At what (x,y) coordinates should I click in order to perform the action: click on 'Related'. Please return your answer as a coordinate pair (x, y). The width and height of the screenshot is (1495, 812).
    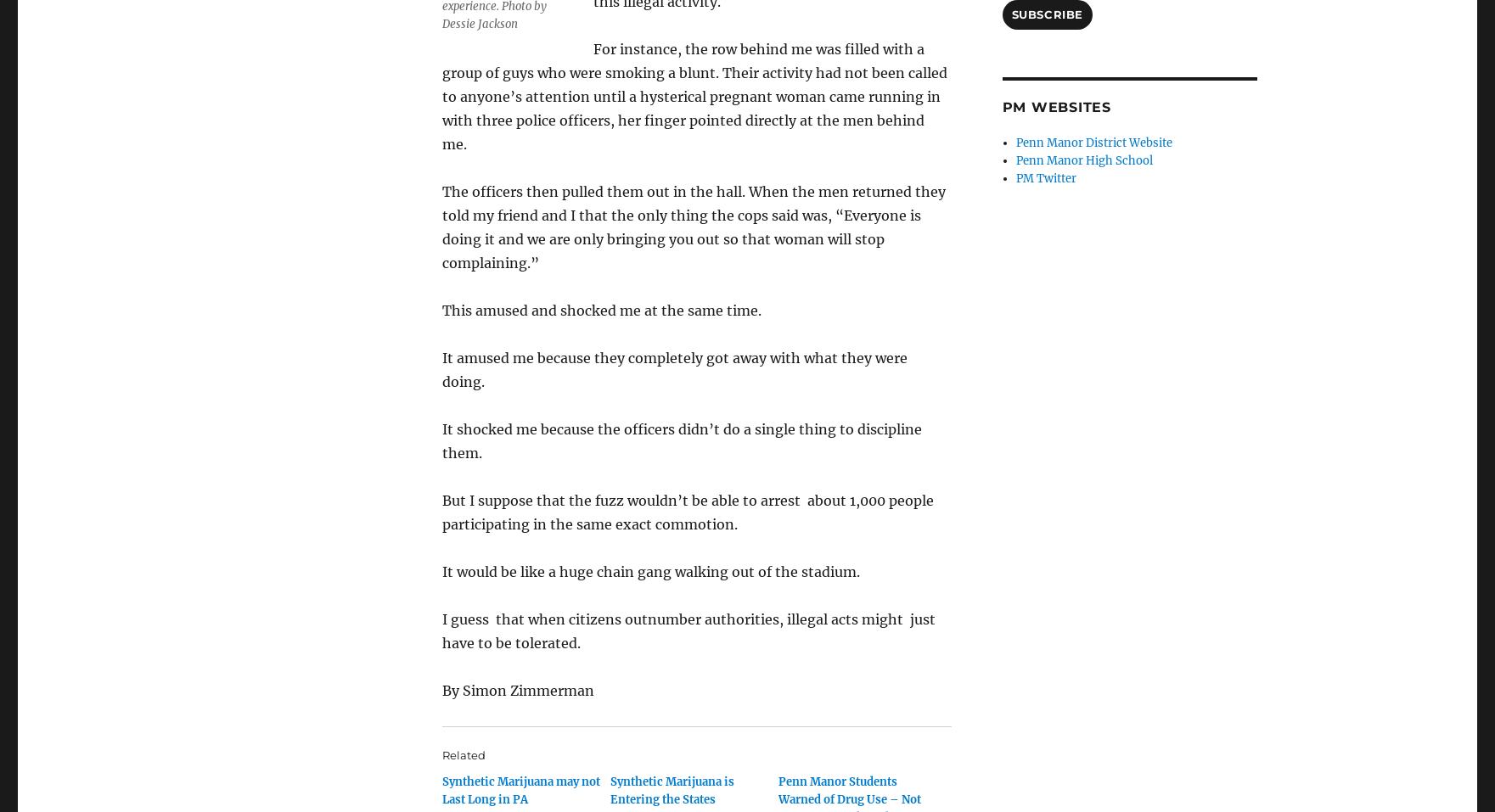
    Looking at the image, I should click on (462, 755).